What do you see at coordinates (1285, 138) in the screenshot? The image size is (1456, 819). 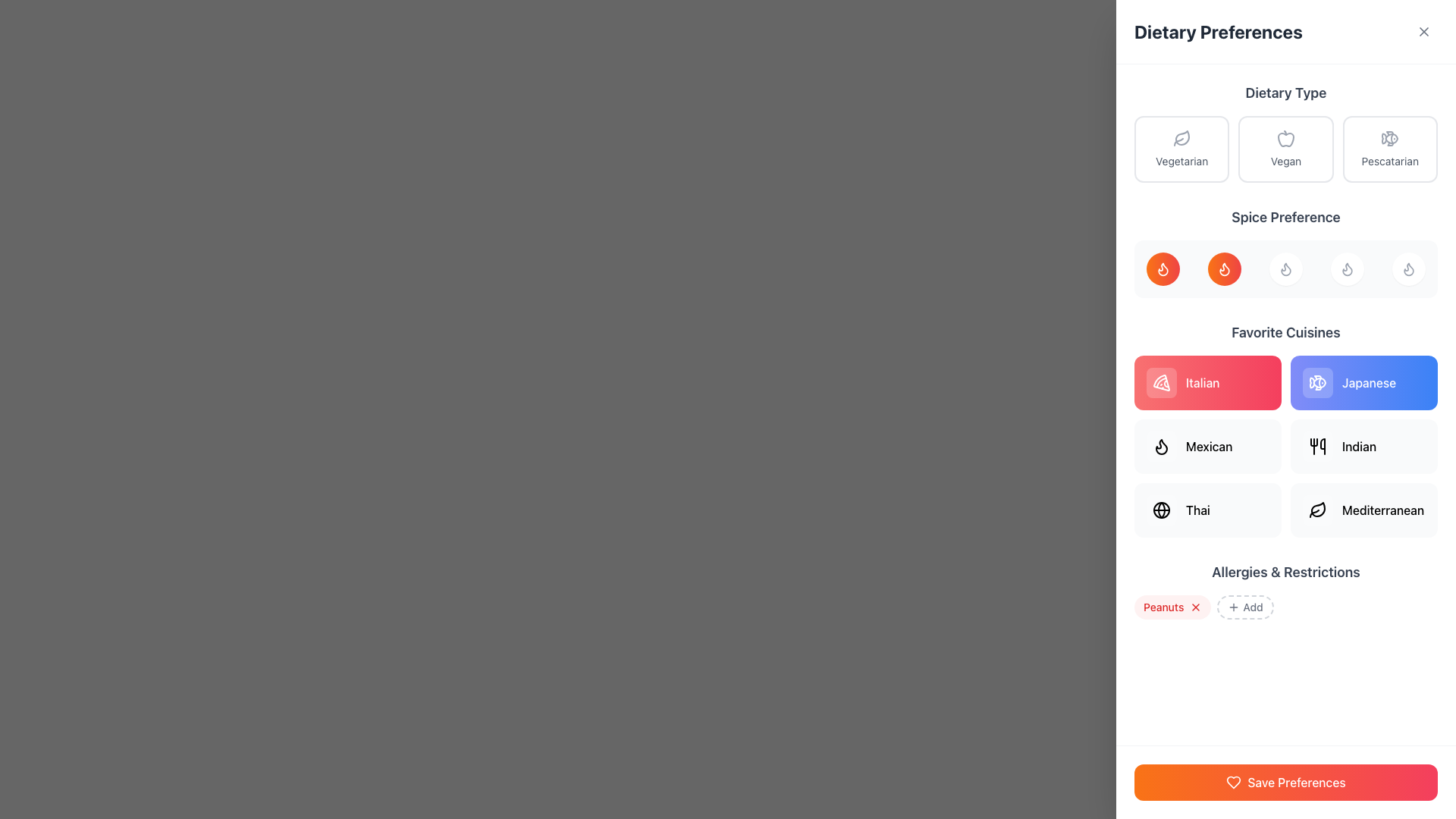 I see `the 'Vegan' dietary type icon located above the text label 'vegan' in the 'Dietary Preferences' panel` at bounding box center [1285, 138].